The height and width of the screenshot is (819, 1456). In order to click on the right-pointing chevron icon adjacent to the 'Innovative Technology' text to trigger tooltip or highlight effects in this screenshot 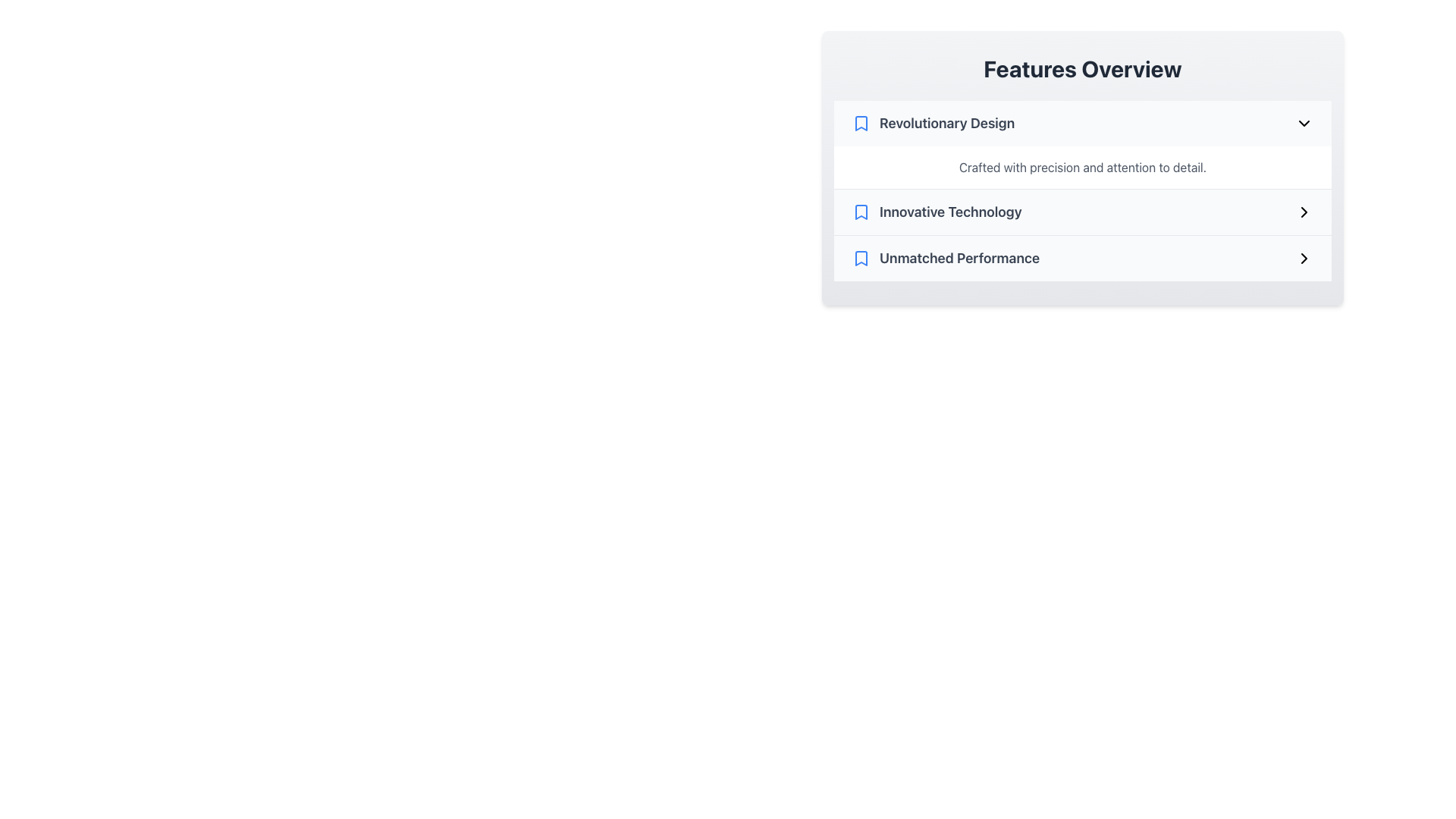, I will do `click(1303, 212)`.